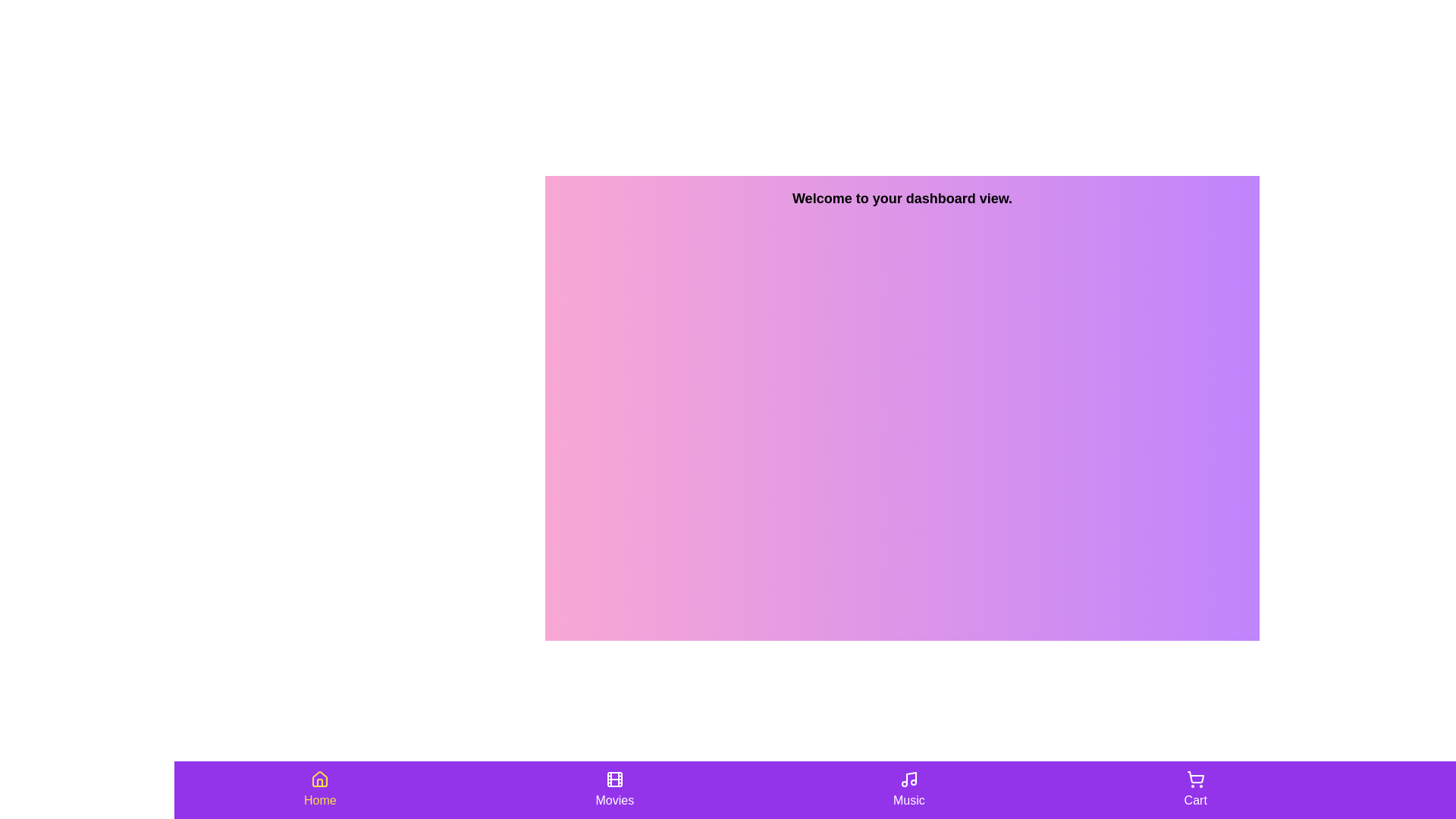  What do you see at coordinates (1194, 789) in the screenshot?
I see `the Cart tab by clicking on its button` at bounding box center [1194, 789].